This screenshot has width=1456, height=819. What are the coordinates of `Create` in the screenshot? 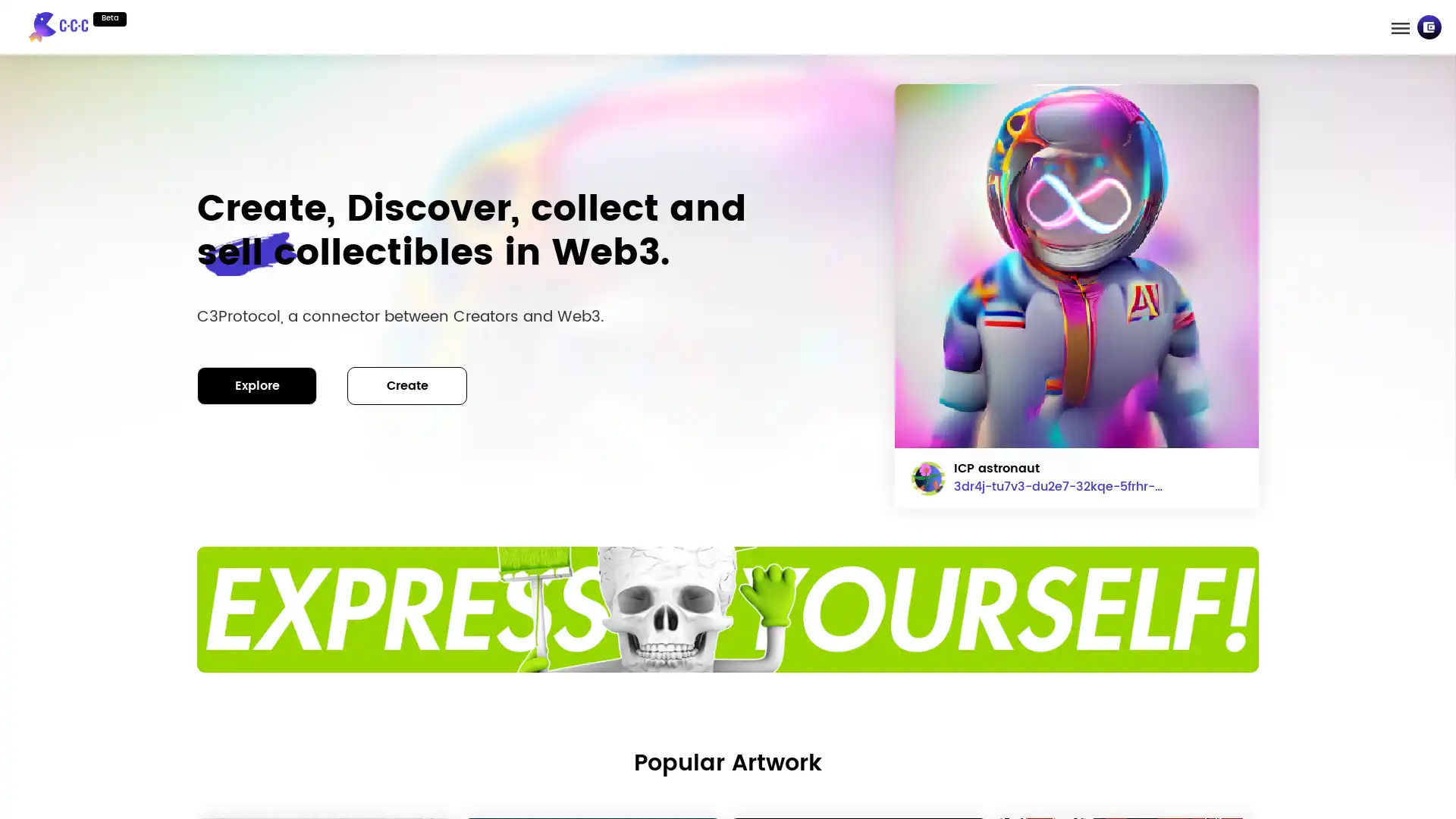 It's located at (407, 384).